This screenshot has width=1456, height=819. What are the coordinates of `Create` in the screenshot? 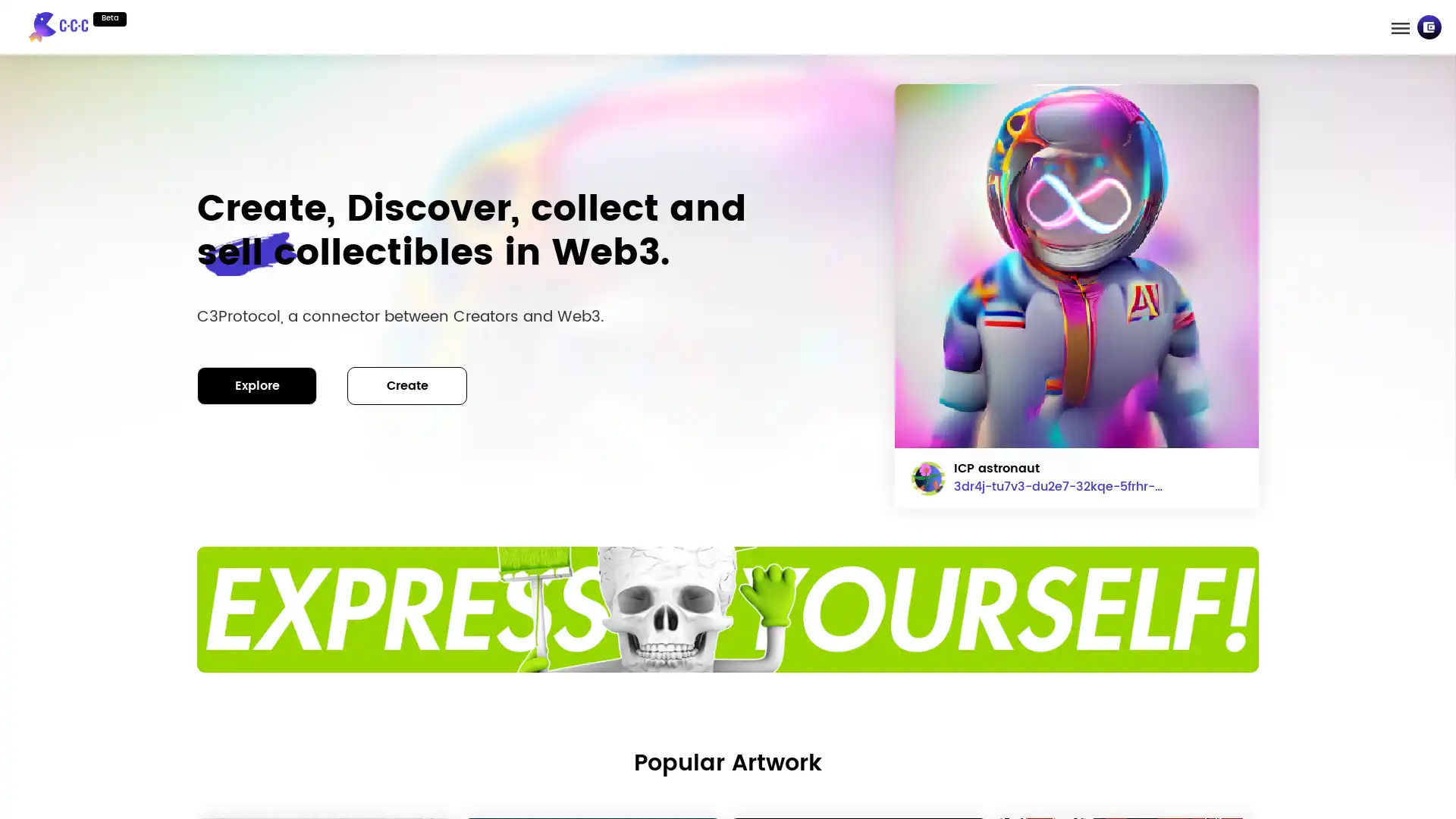 It's located at (407, 384).